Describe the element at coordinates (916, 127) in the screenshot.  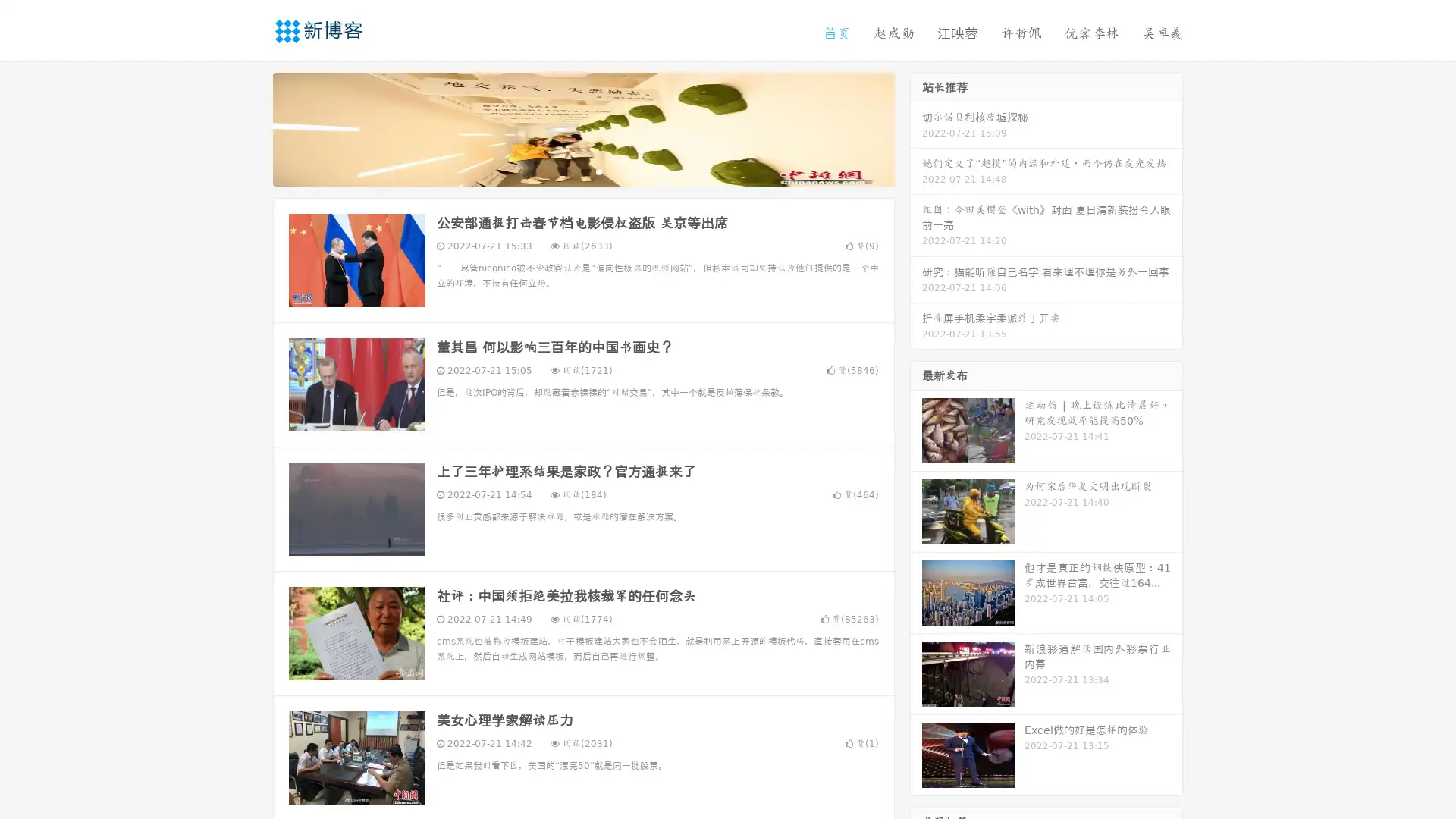
I see `Next slide` at that location.